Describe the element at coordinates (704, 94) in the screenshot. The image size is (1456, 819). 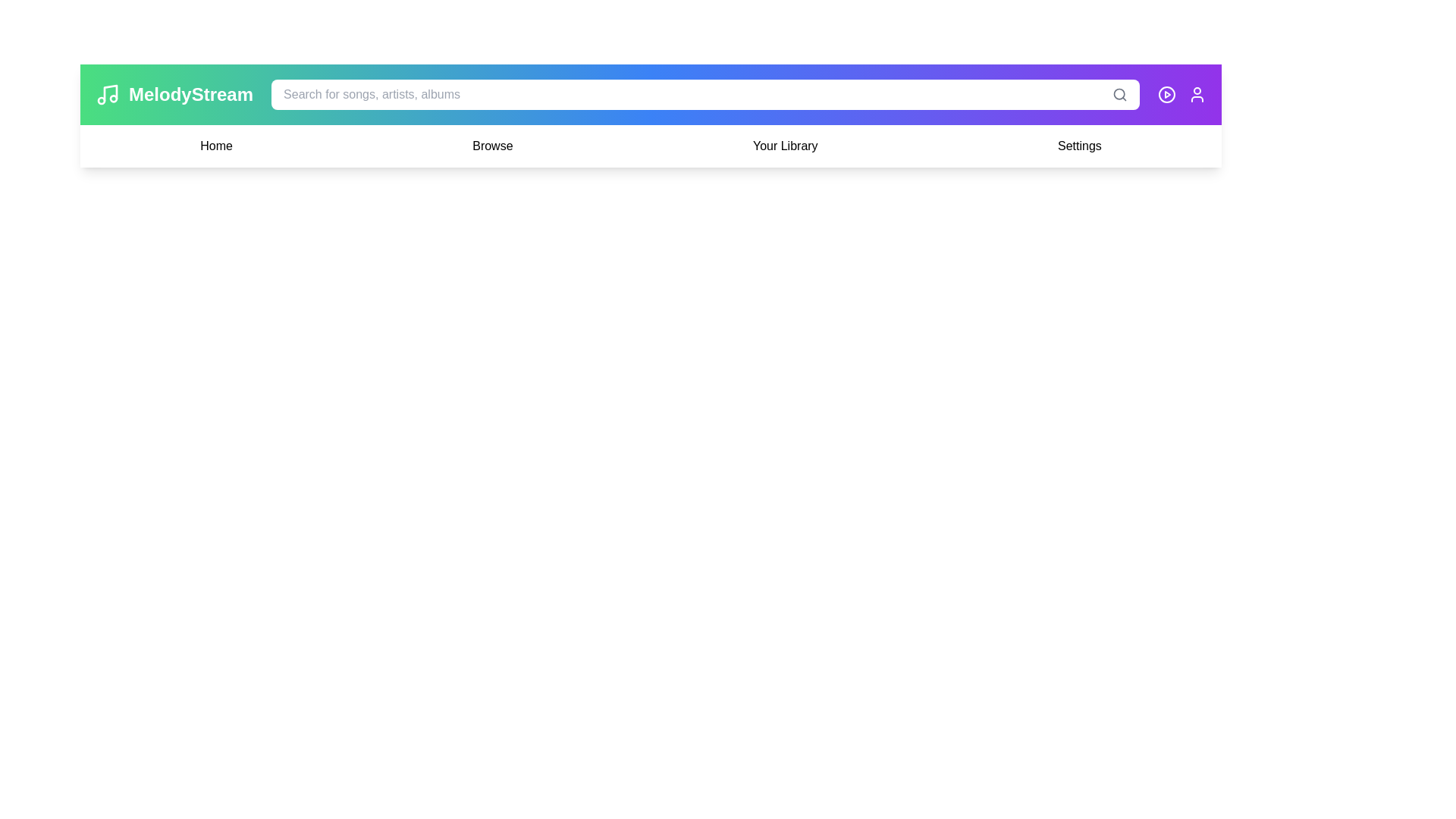
I see `the search bar to focus it` at that location.